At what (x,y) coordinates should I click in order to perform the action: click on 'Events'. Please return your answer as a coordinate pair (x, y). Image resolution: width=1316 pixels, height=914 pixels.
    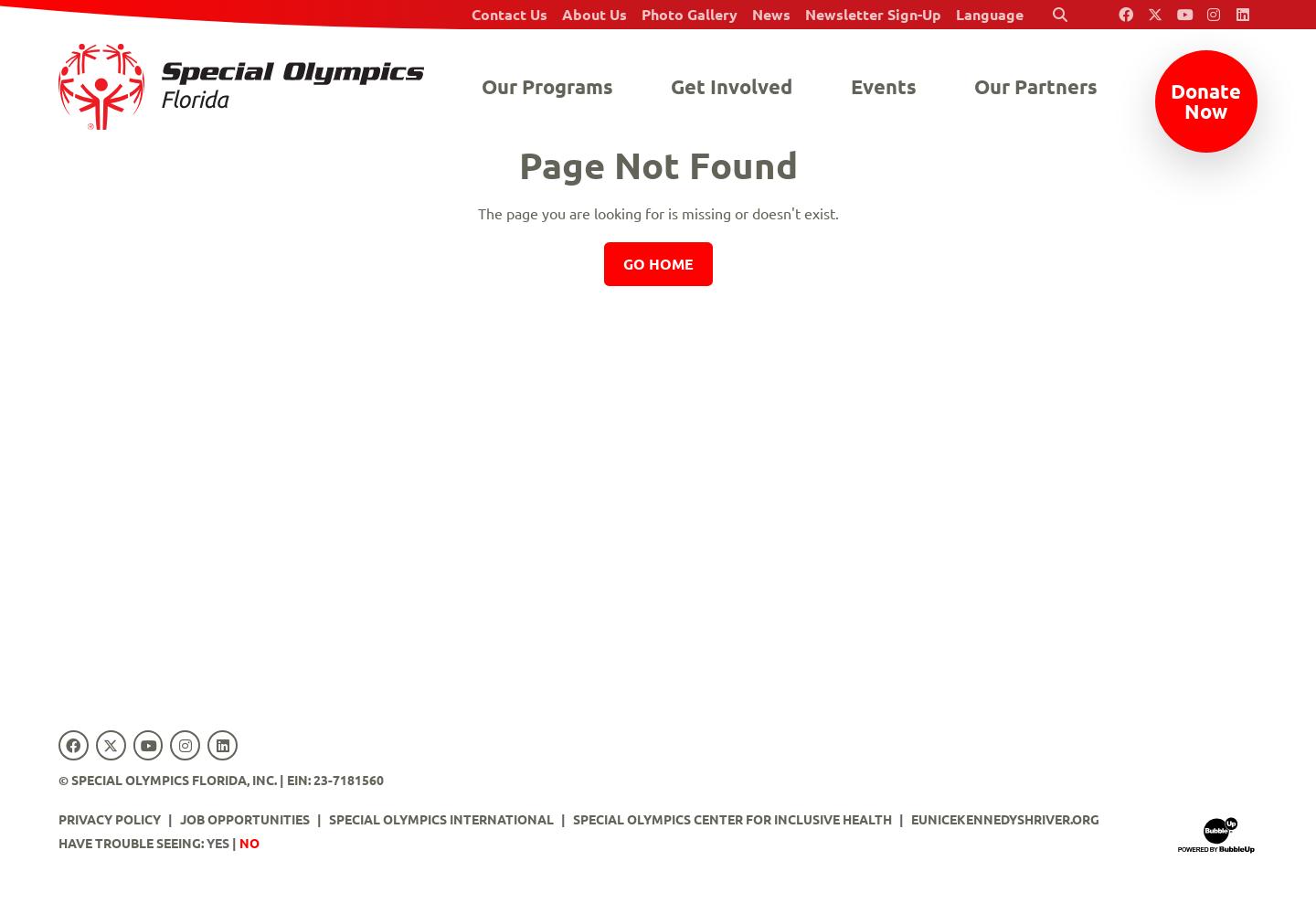
    Looking at the image, I should click on (881, 85).